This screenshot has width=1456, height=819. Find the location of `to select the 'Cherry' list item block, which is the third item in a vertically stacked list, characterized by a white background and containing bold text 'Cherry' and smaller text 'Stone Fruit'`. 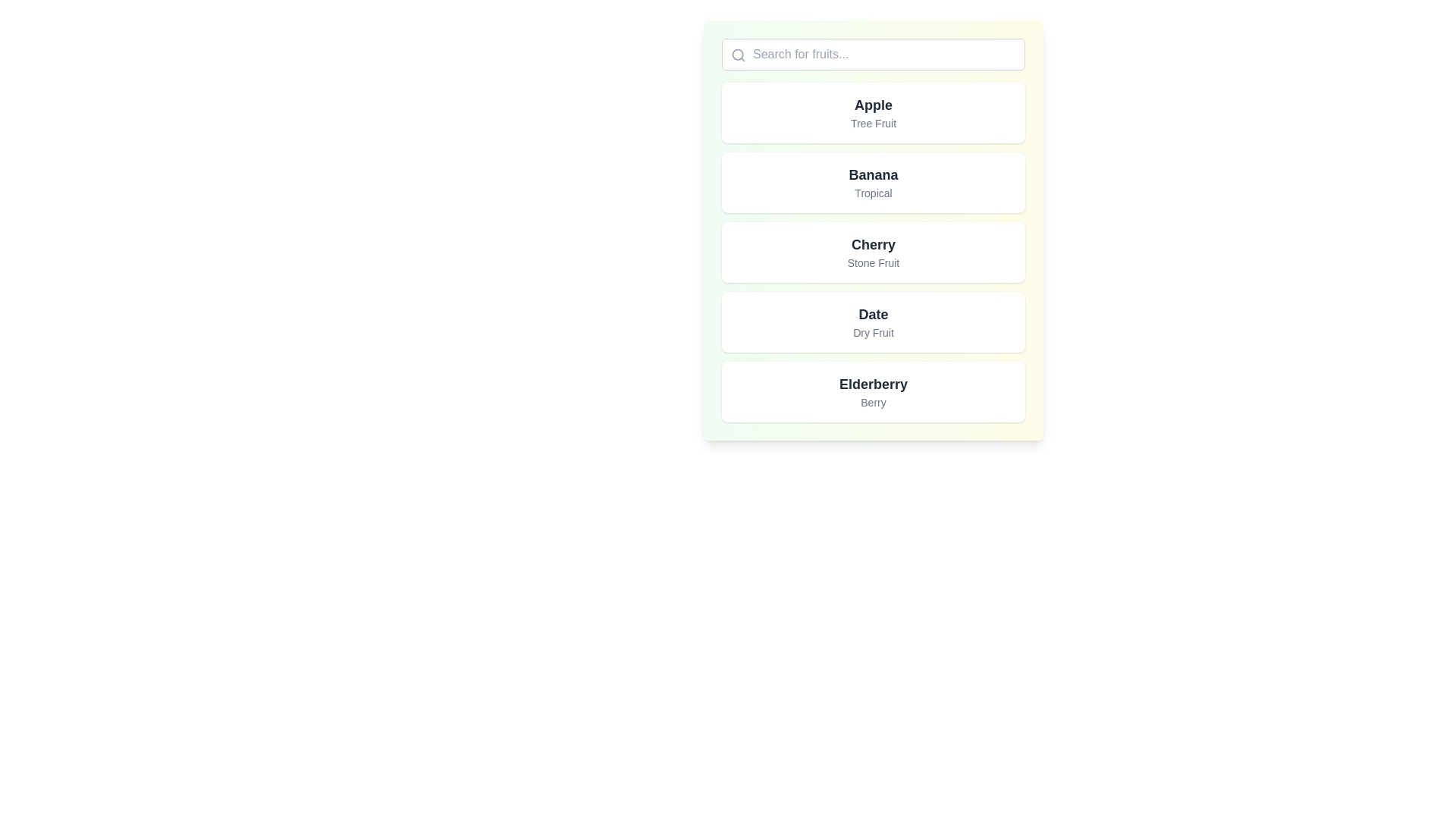

to select the 'Cherry' list item block, which is the third item in a vertically stacked list, characterized by a white background and containing bold text 'Cherry' and smaller text 'Stone Fruit' is located at coordinates (874, 251).